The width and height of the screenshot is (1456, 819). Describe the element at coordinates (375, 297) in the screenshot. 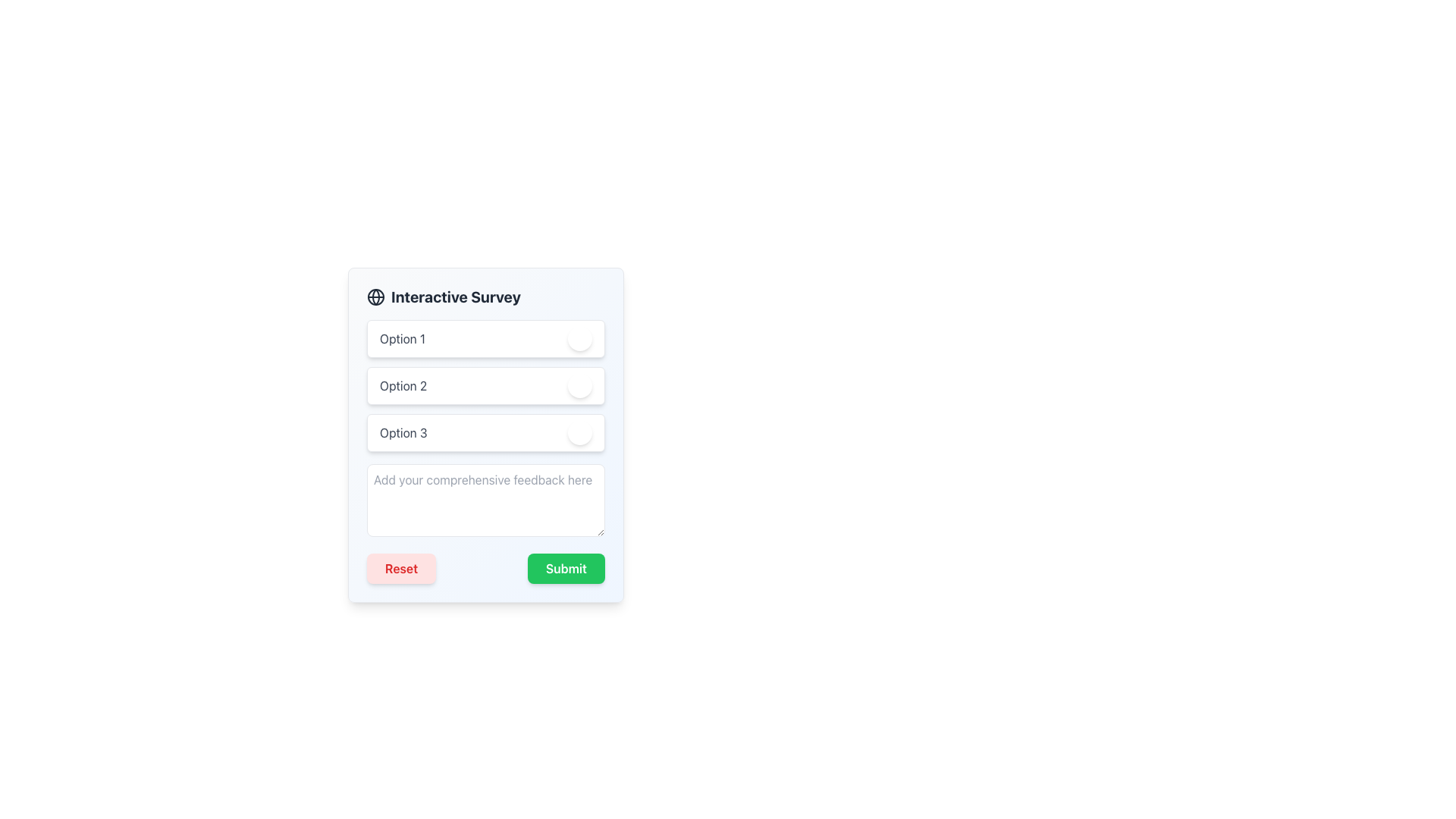

I see `the globe icon located to the left of the text 'Interactive Survey' in the header of the survey form` at that location.